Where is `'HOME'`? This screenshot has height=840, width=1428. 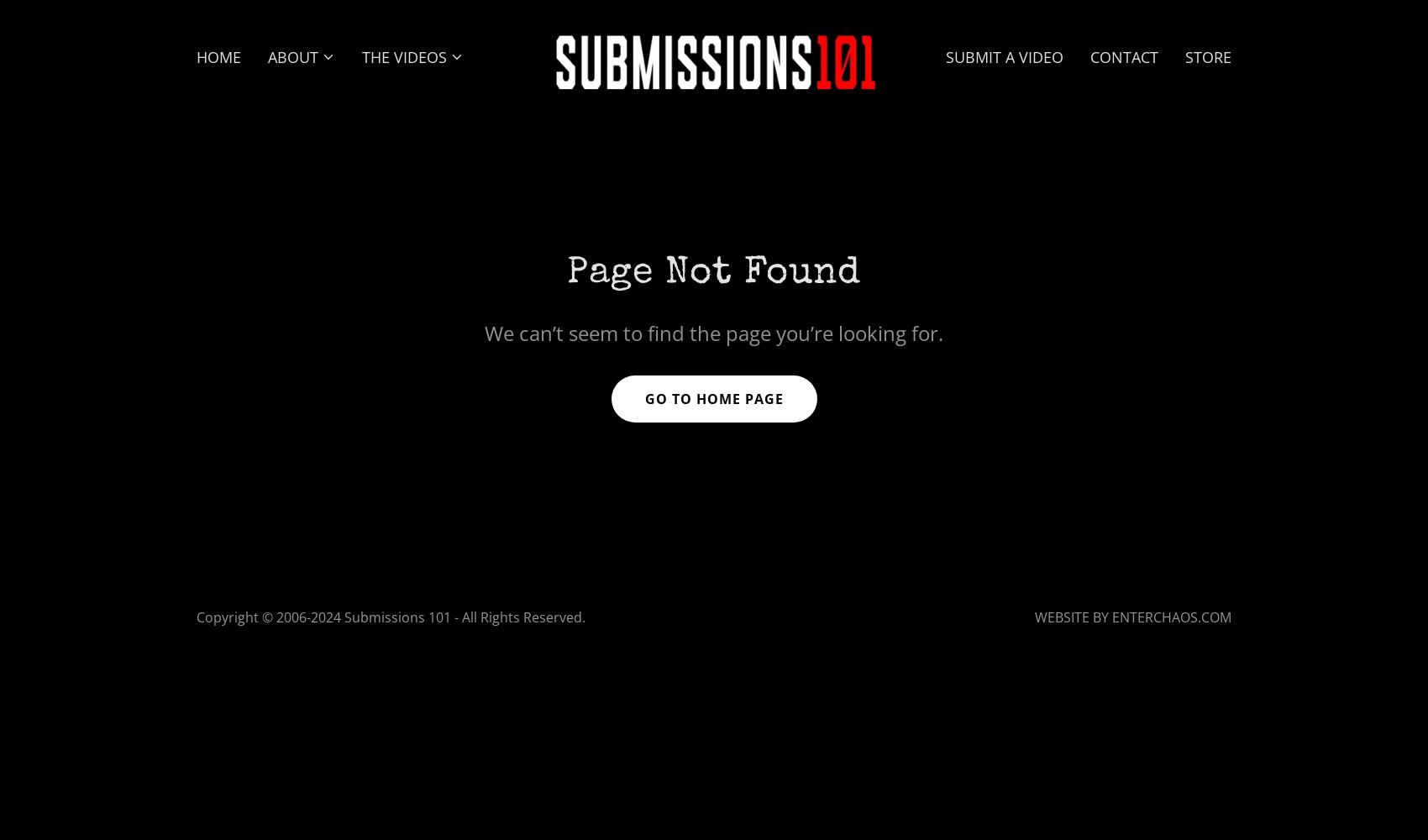 'HOME' is located at coordinates (218, 55).